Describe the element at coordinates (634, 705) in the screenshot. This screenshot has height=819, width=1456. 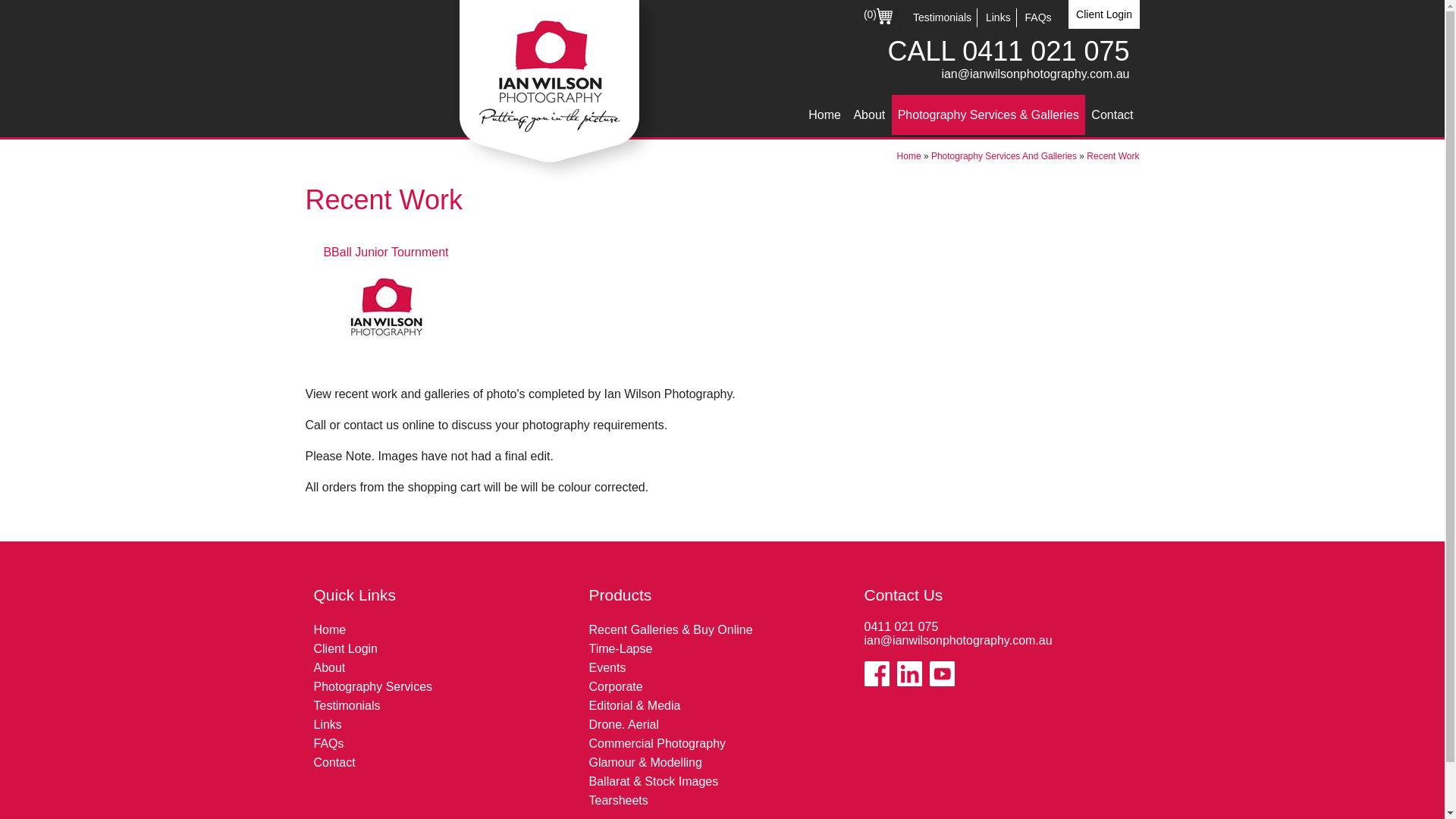
I see `'Editorial & Media'` at that location.